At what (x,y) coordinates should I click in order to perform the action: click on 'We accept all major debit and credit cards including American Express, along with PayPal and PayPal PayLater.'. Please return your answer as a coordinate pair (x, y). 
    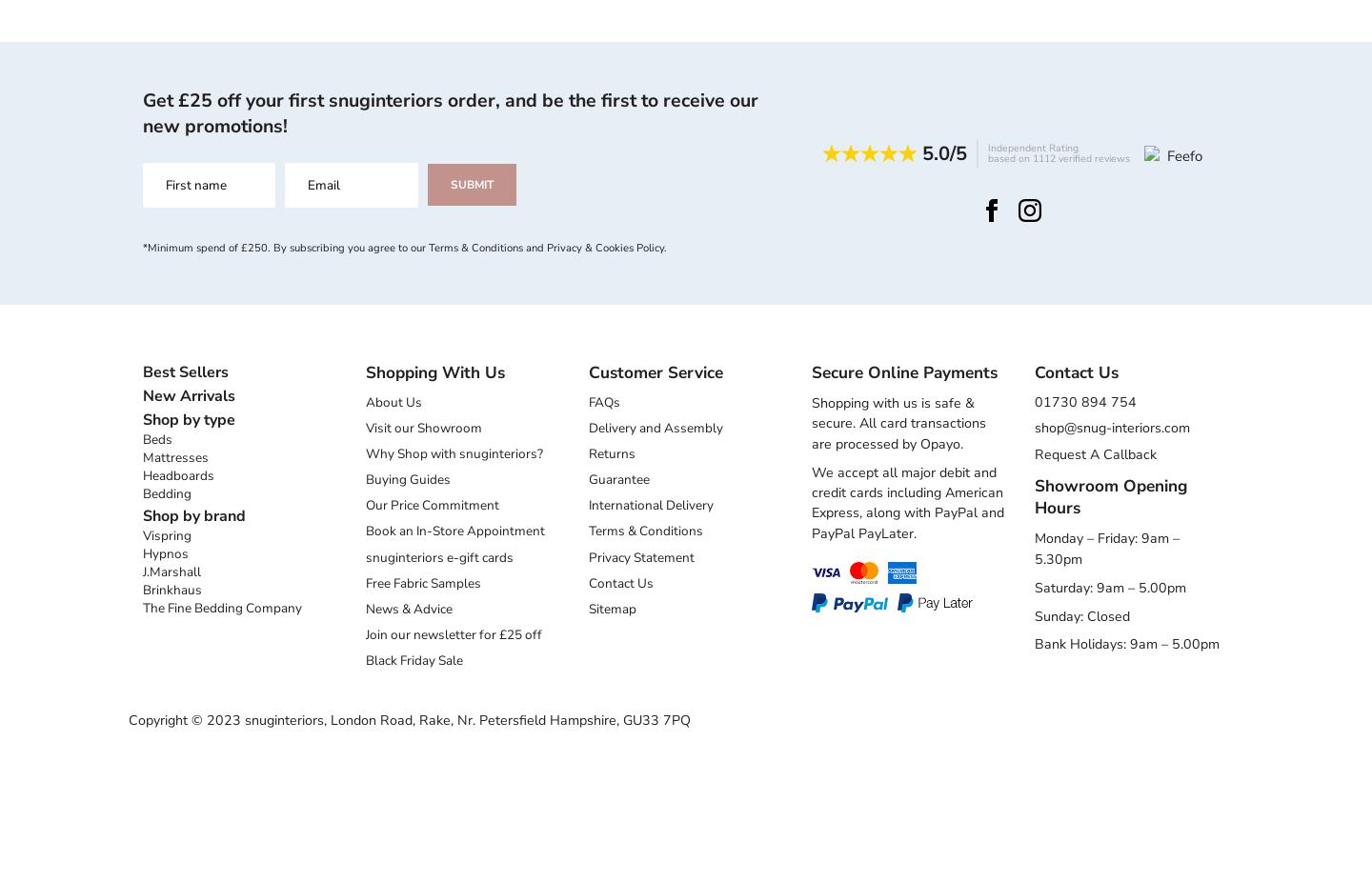
    Looking at the image, I should click on (811, 501).